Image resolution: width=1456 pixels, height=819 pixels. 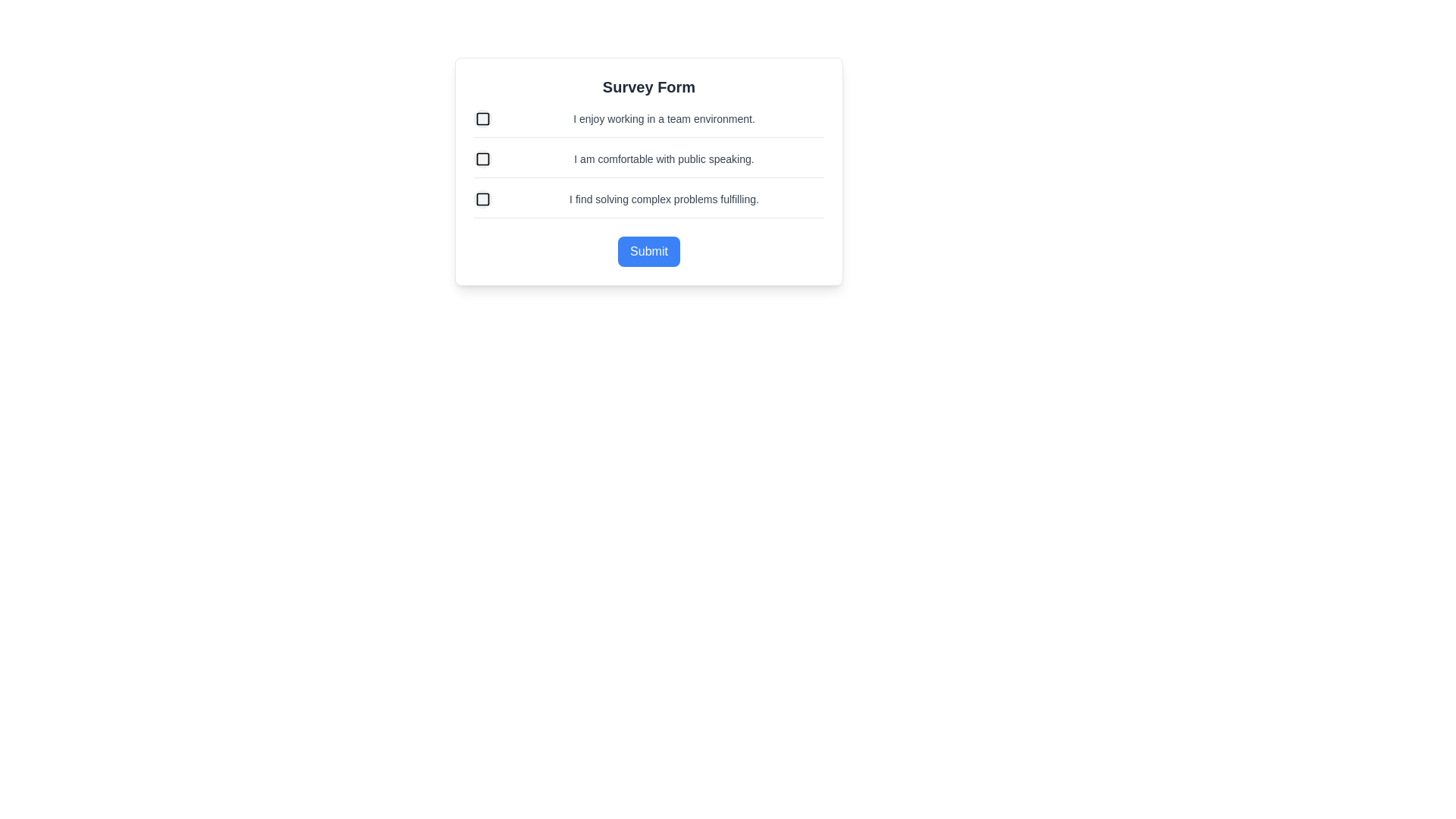 What do you see at coordinates (482, 118) in the screenshot?
I see `the uppermost checkbox control styled with SVG components located underneath the title 'Survey Form'` at bounding box center [482, 118].